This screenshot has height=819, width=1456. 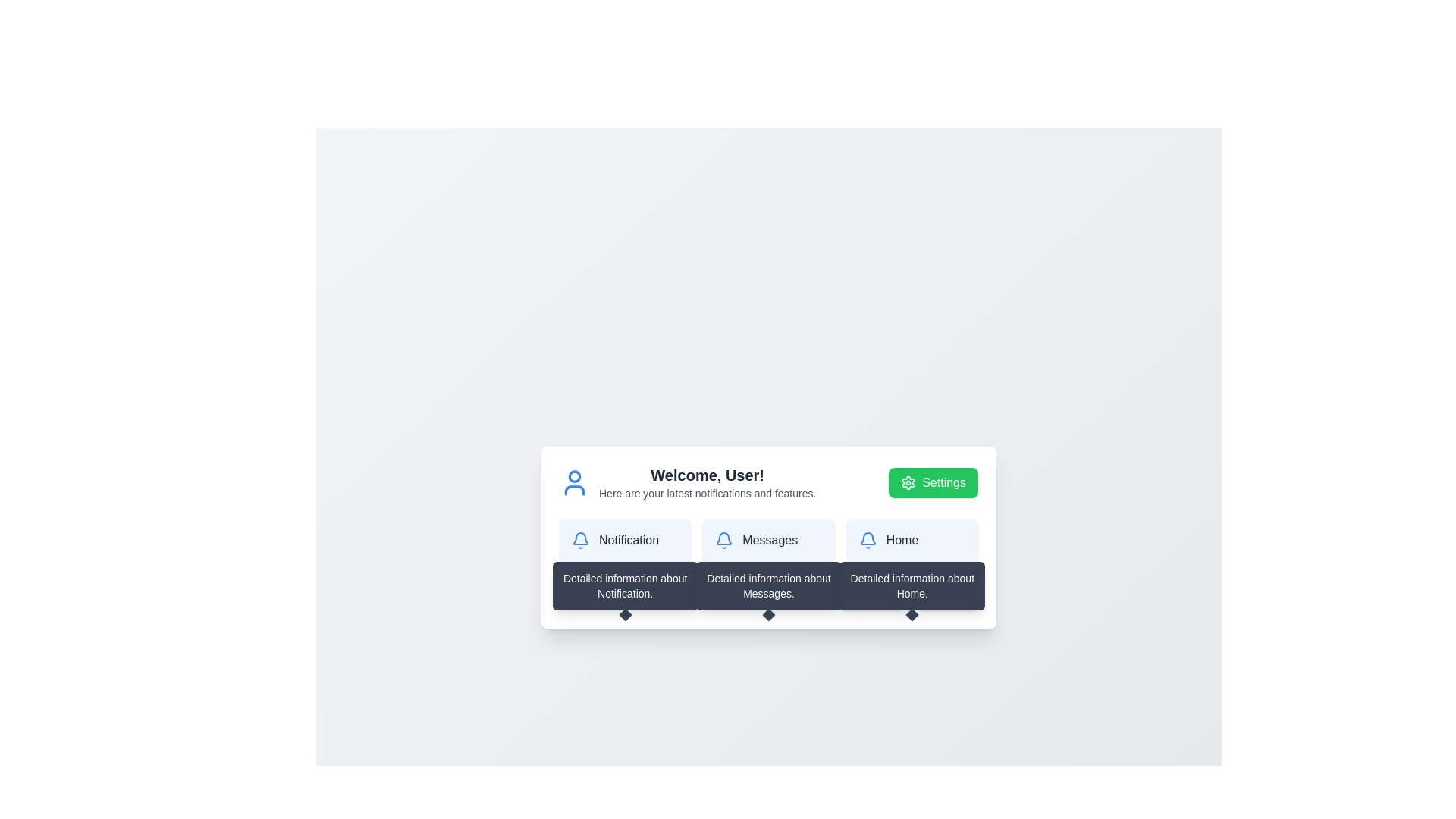 I want to click on the user profile icon, which is a blue graphical icon resembling a person's profile outline, located on the left side of the header section, adjacent to the 'Settings' green button, so click(x=574, y=482).